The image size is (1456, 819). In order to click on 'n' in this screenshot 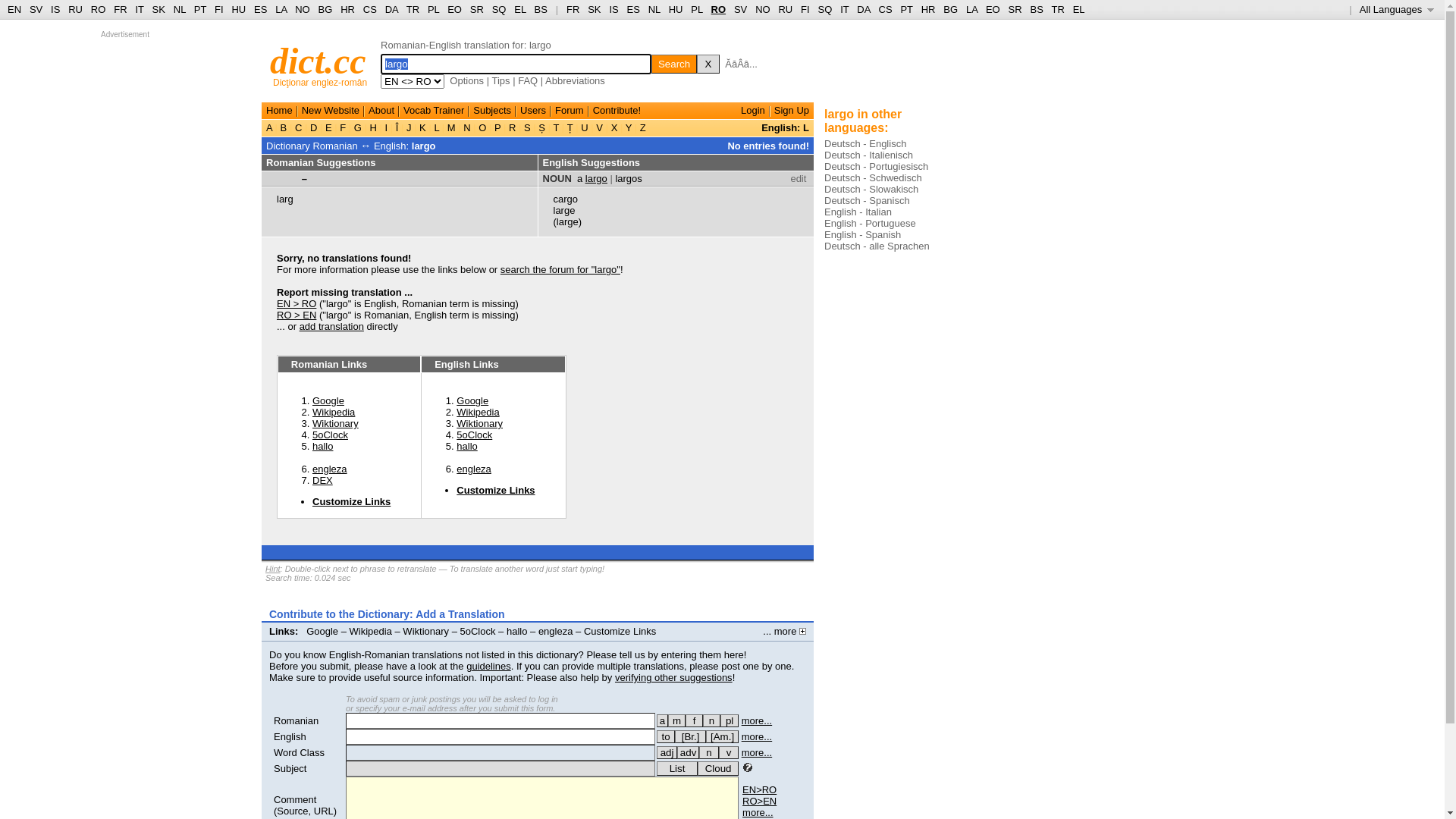, I will do `click(708, 752)`.